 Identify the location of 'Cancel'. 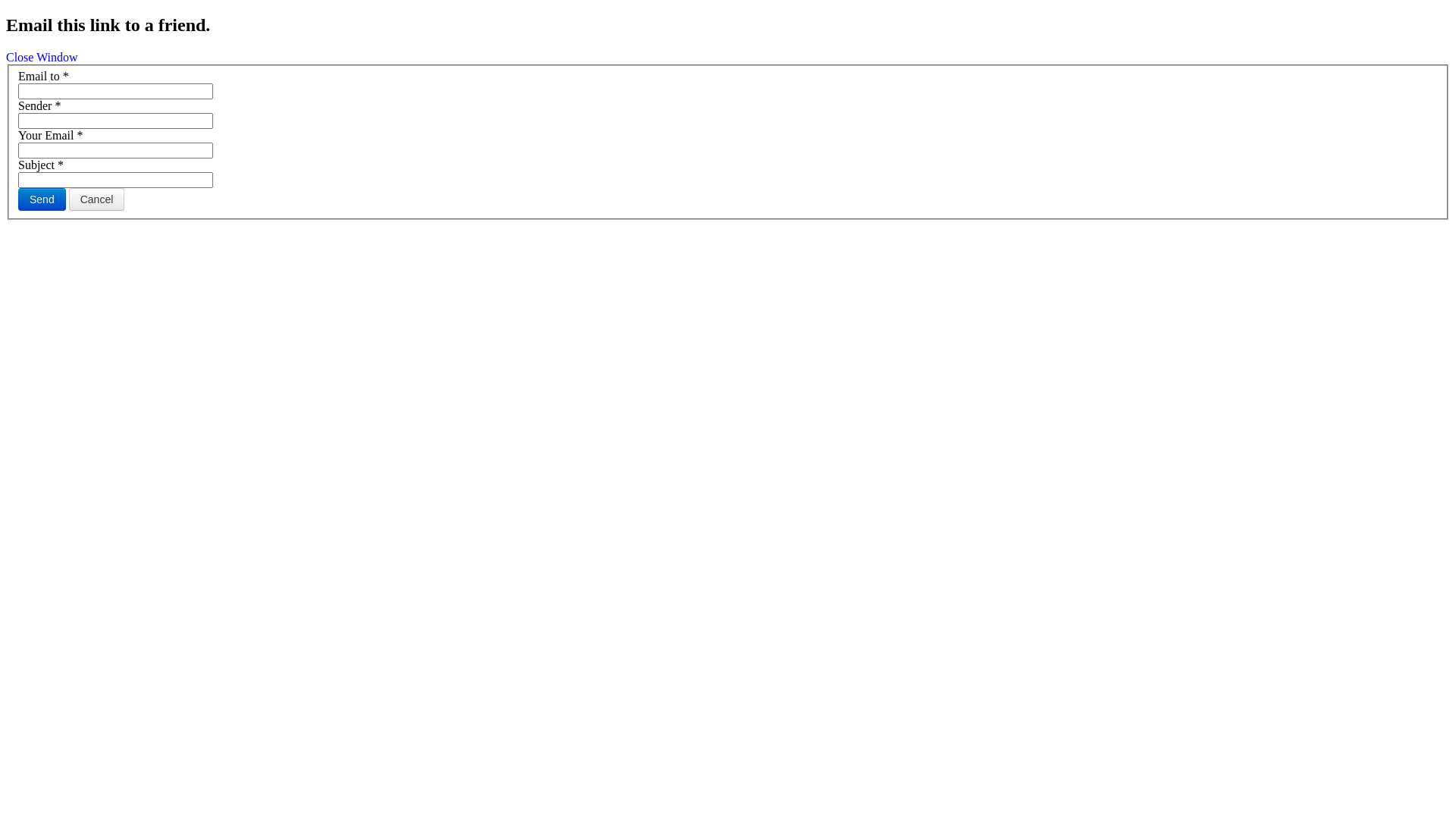
(96, 198).